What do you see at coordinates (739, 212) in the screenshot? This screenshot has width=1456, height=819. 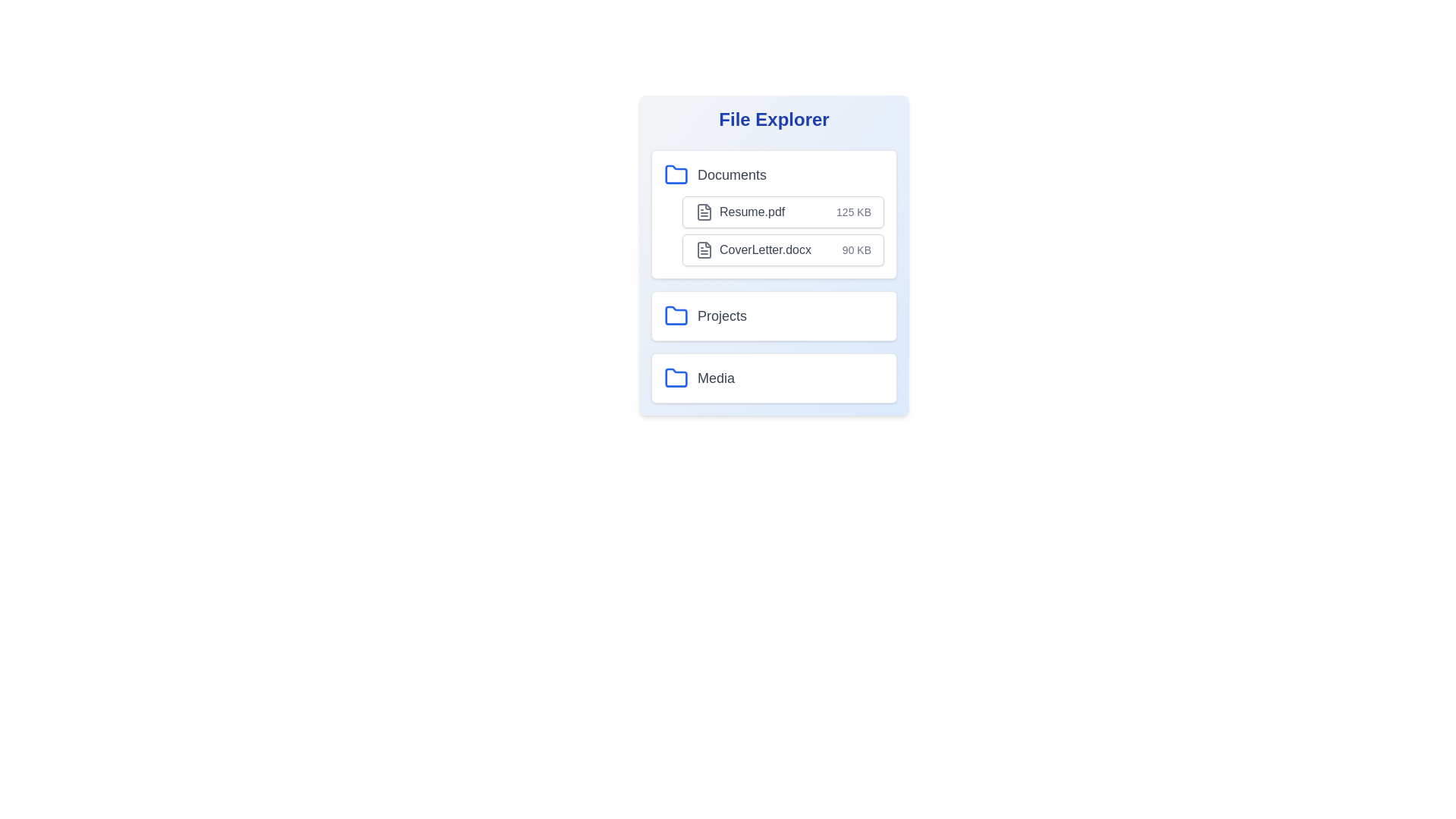 I see `the file Resume.pdf from the list` at bounding box center [739, 212].